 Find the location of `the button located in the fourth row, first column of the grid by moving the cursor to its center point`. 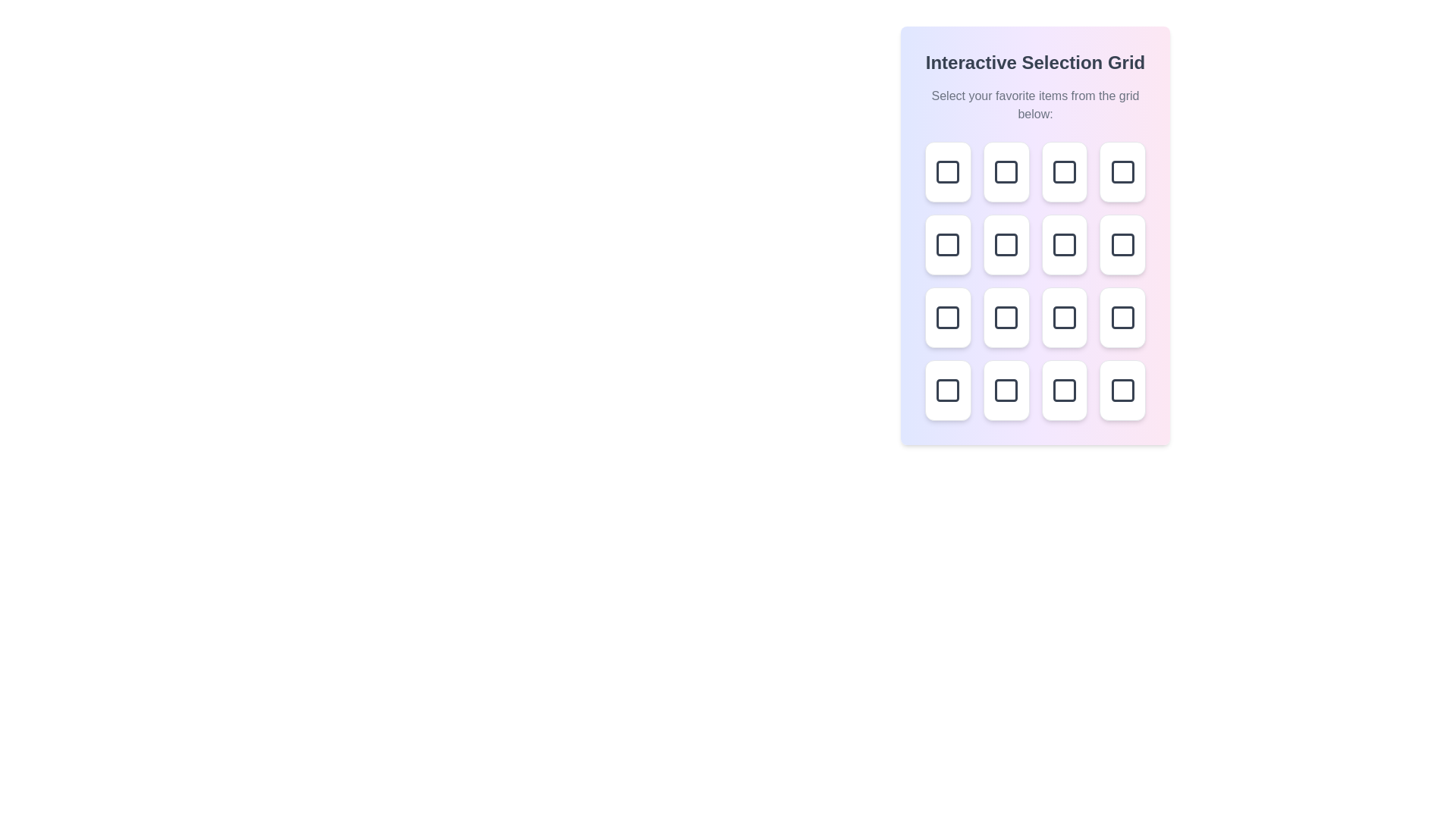

the button located in the fourth row, first column of the grid by moving the cursor to its center point is located at coordinates (947, 317).